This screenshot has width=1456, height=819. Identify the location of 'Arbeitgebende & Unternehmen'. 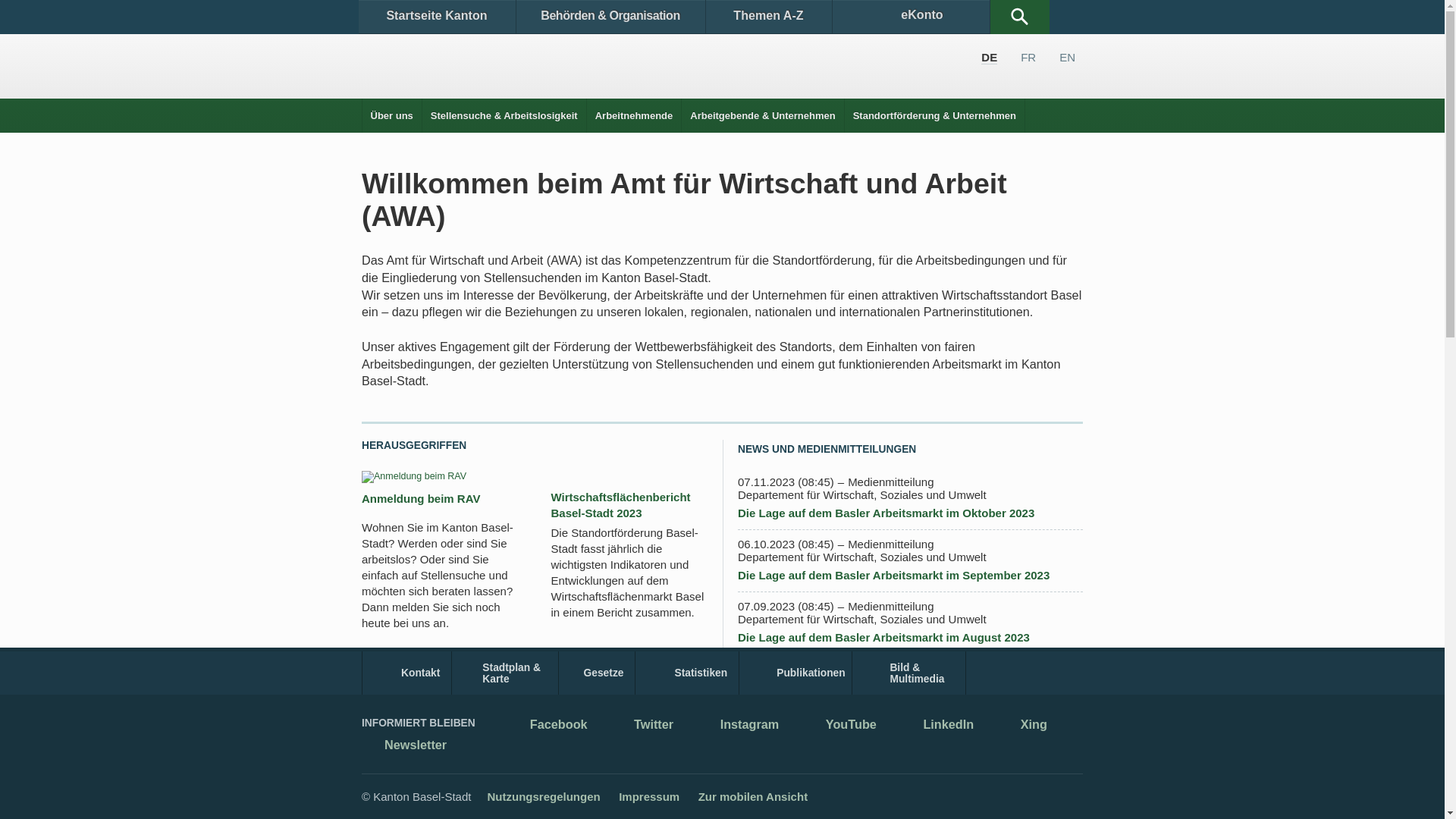
(762, 115).